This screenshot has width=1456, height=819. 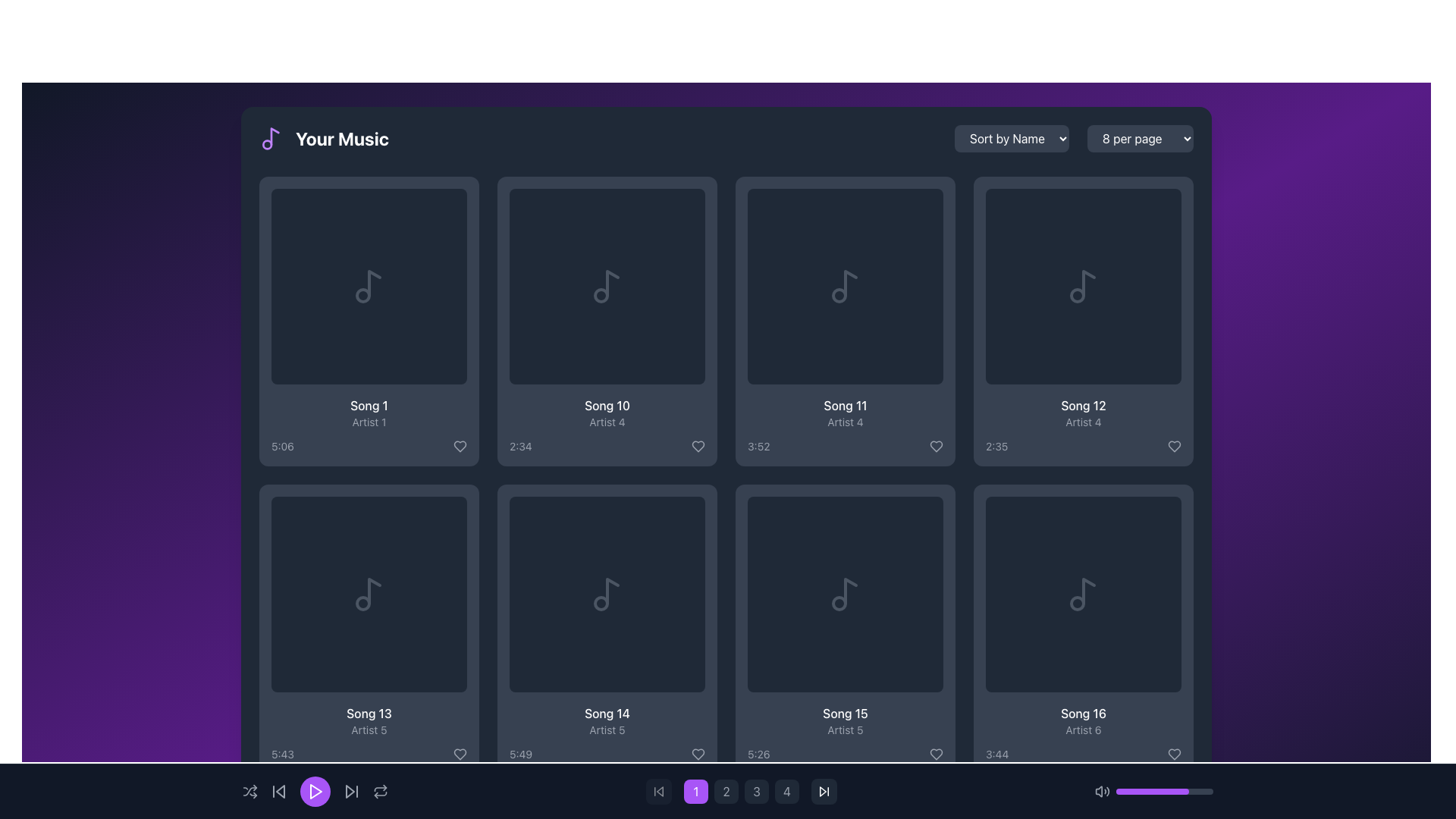 What do you see at coordinates (844, 422) in the screenshot?
I see `the static text element displaying 'Artist 4'` at bounding box center [844, 422].